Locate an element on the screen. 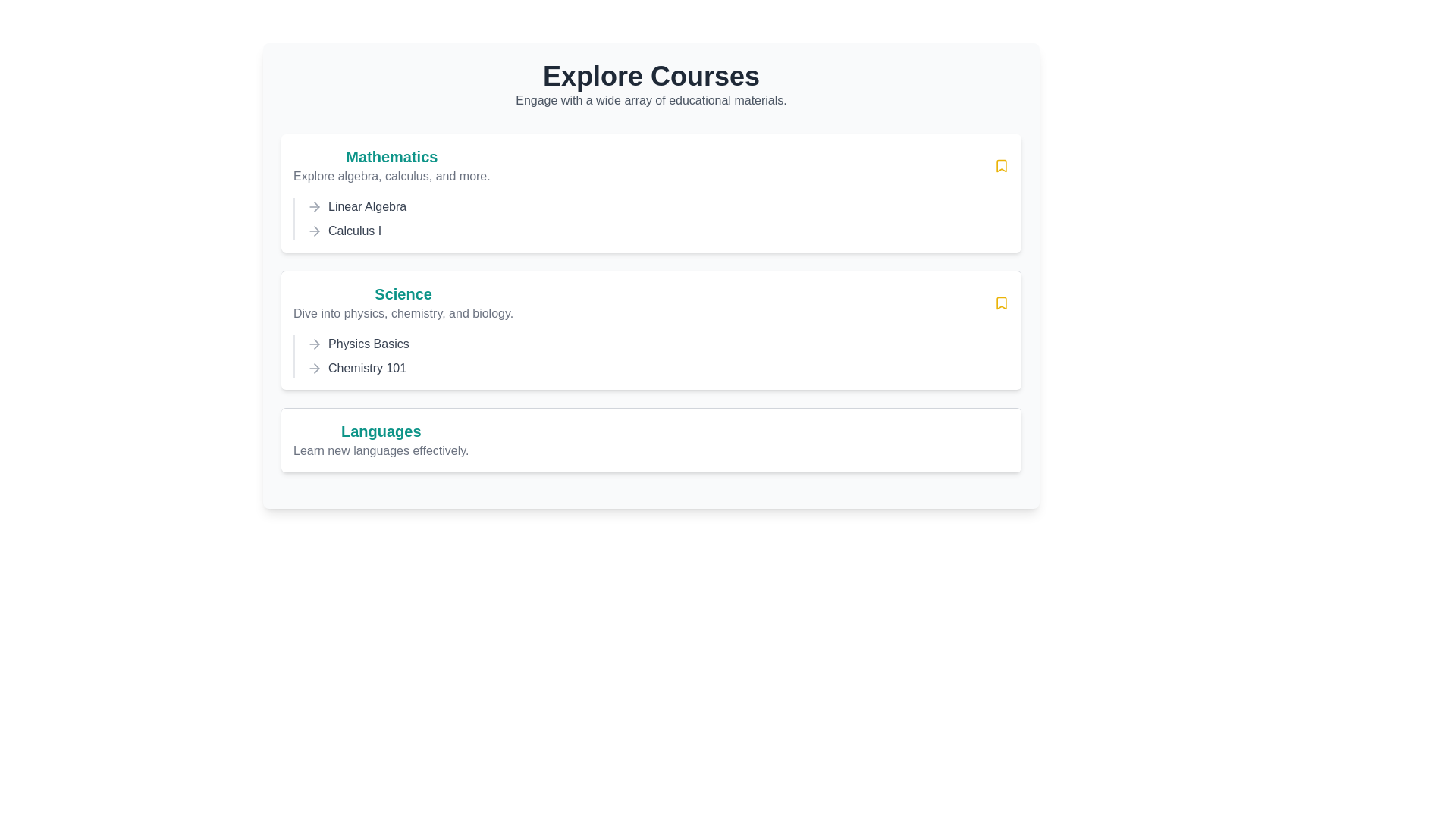 Image resolution: width=1456 pixels, height=819 pixels. the header text label indicating the 'Science' topic is located at coordinates (403, 294).